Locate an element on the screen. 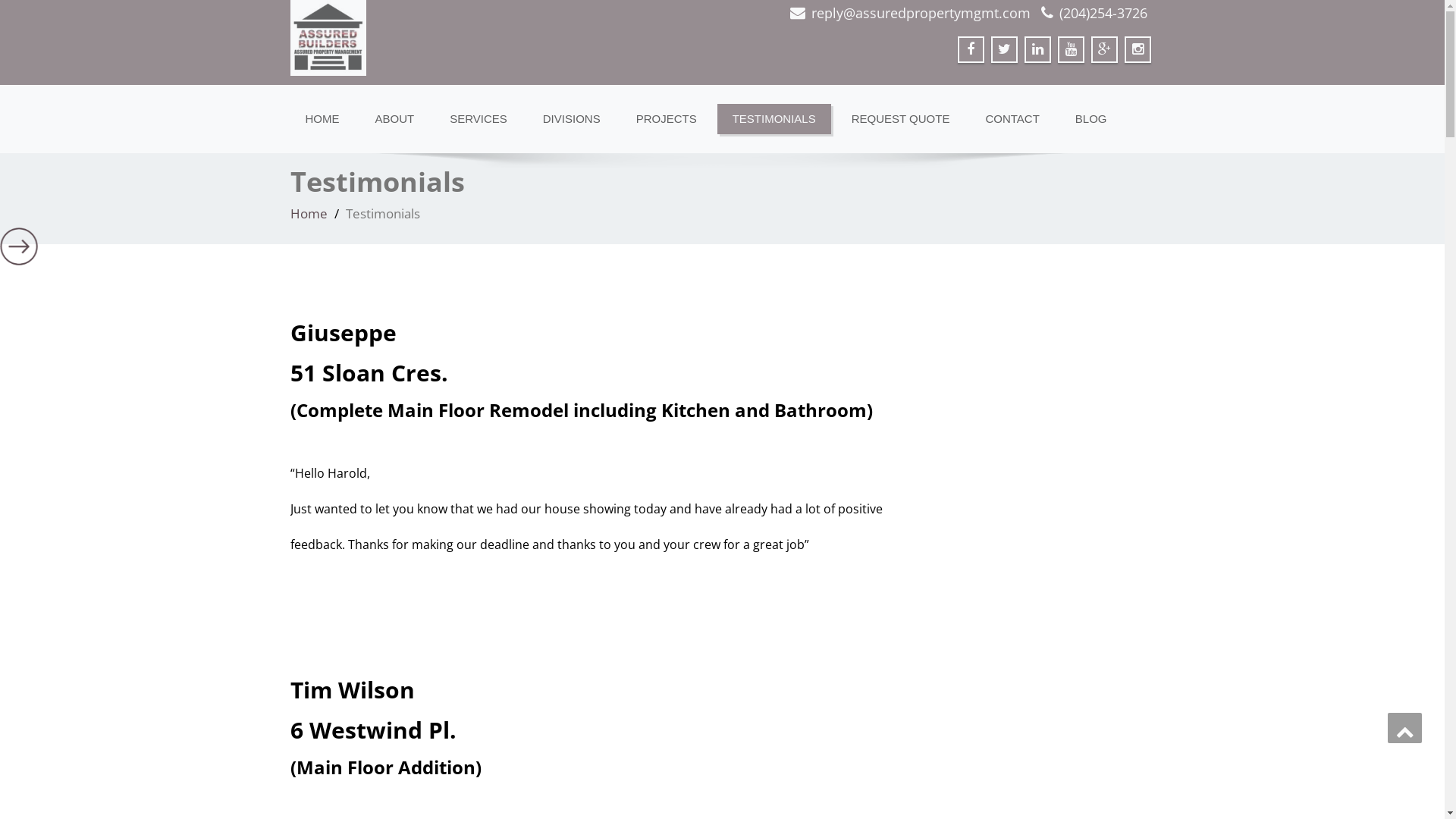 This screenshot has width=1456, height=819. 'BLOG' is located at coordinates (1090, 118).